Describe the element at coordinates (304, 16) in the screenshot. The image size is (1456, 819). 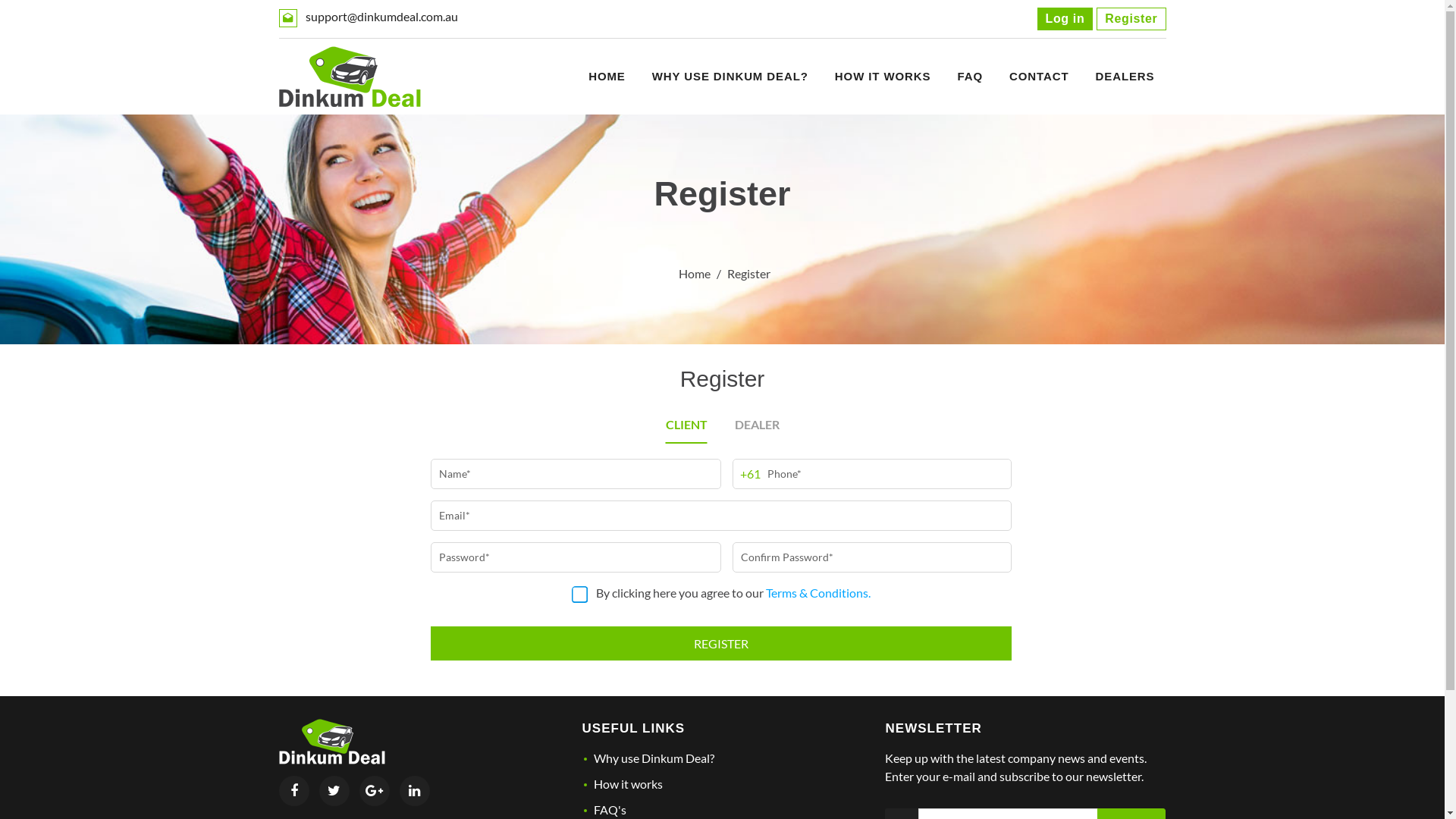
I see `'support@dinkumdeal.com.au'` at that location.